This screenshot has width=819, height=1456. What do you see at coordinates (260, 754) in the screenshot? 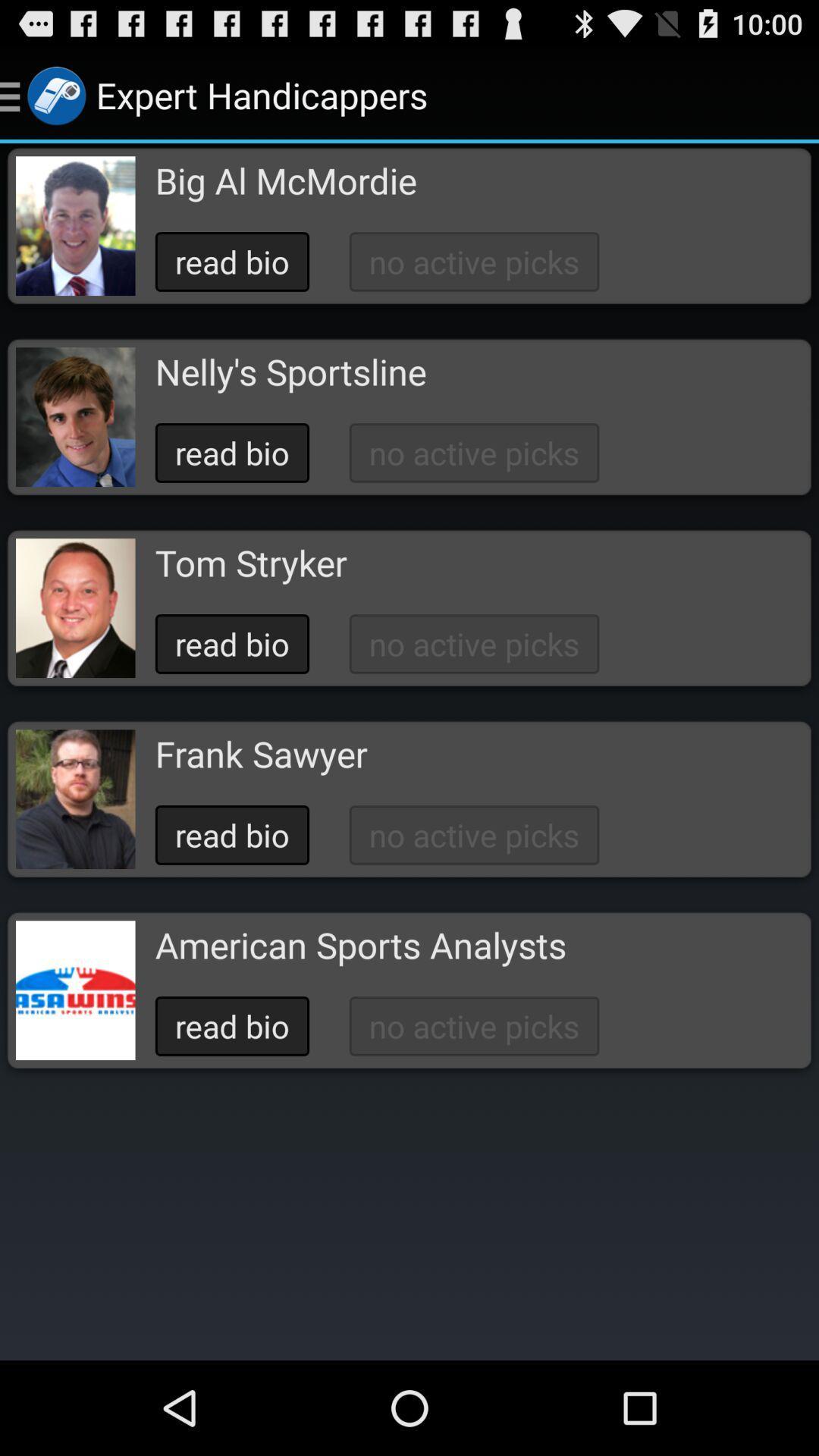
I see `button above the read bio` at bounding box center [260, 754].